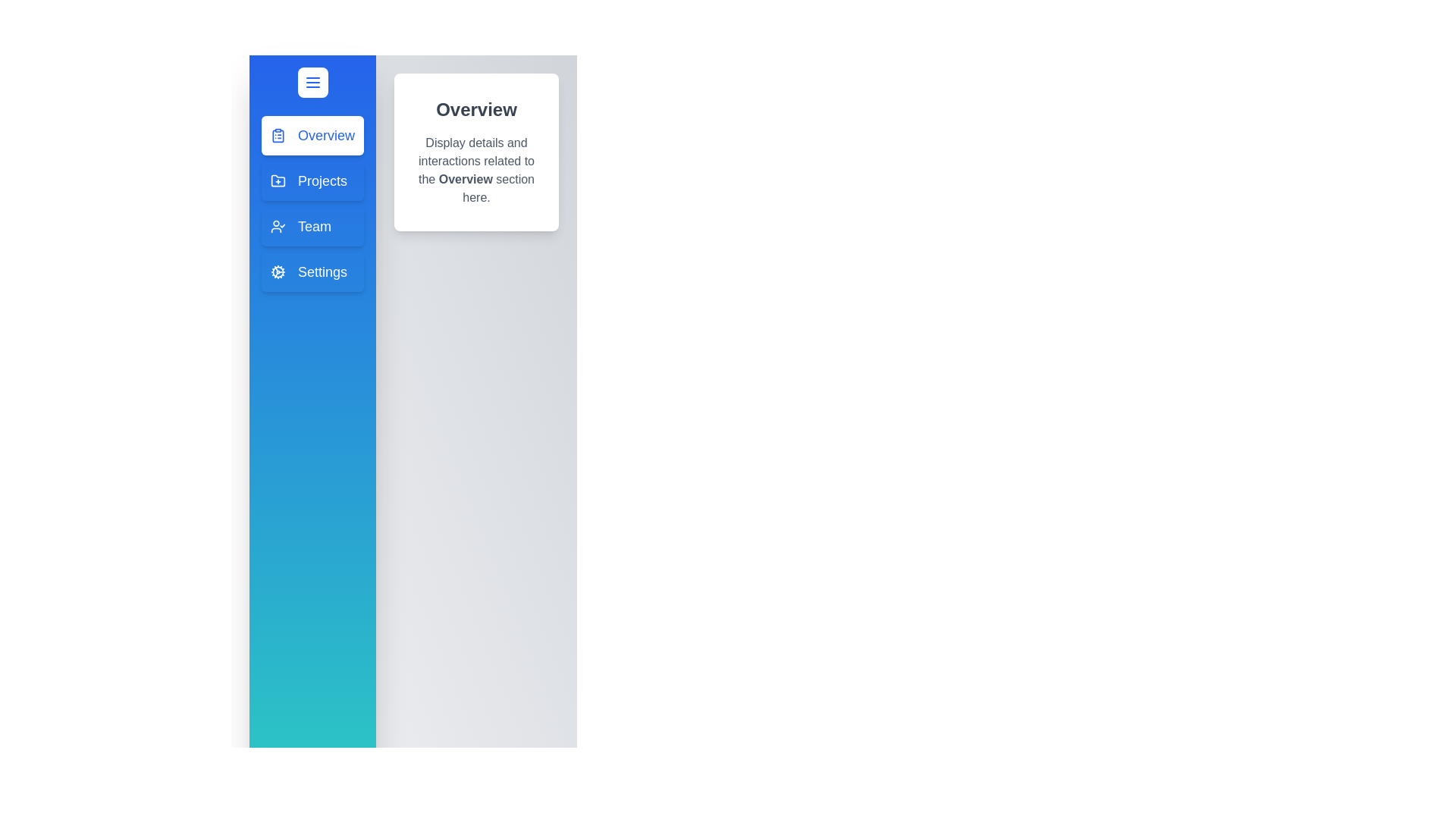  Describe the element at coordinates (312, 82) in the screenshot. I see `toggle button to change the drawer state` at that location.